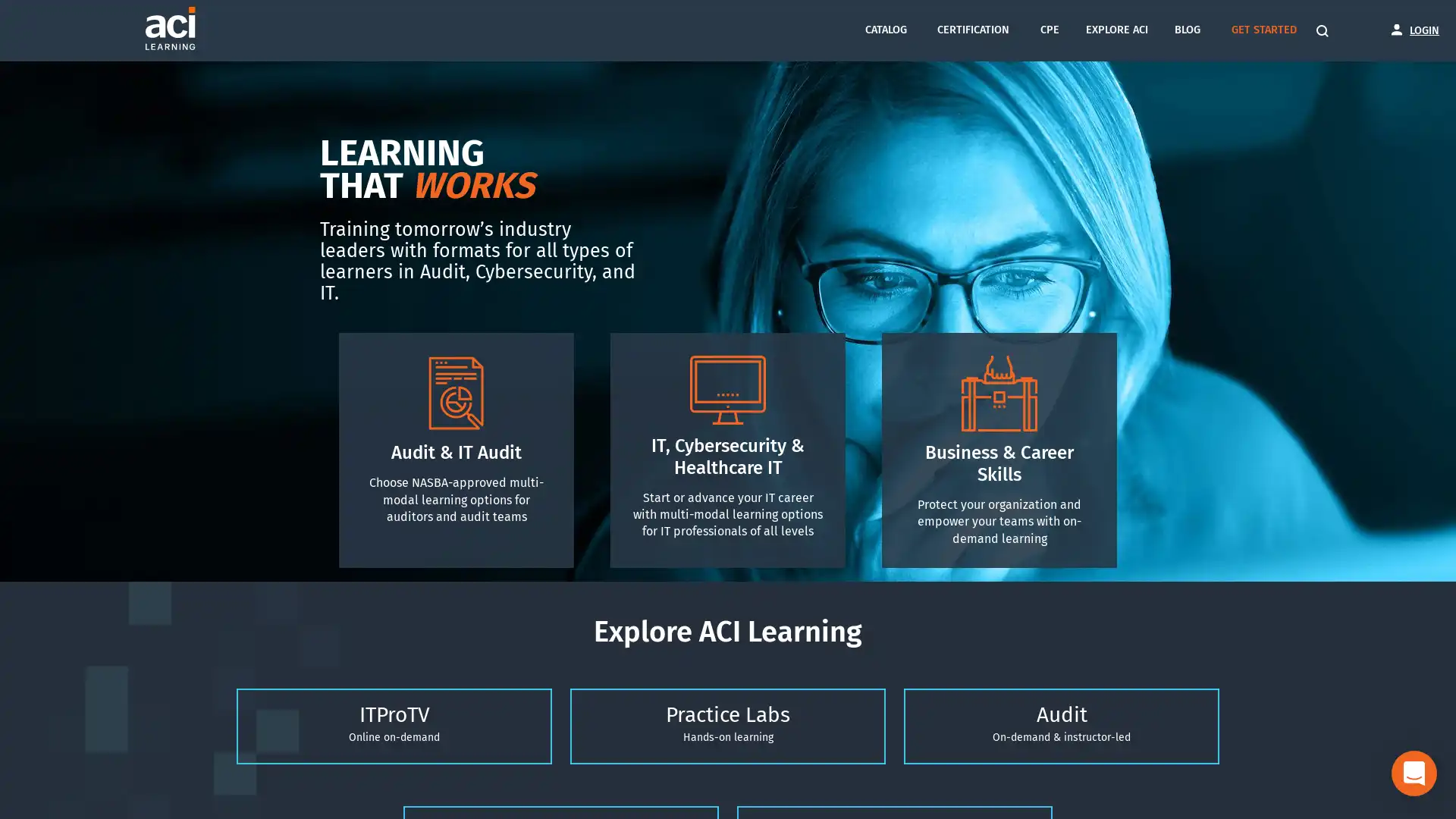 The width and height of the screenshot is (1456, 819). Describe the element at coordinates (1324, 30) in the screenshot. I see `Open global search input` at that location.